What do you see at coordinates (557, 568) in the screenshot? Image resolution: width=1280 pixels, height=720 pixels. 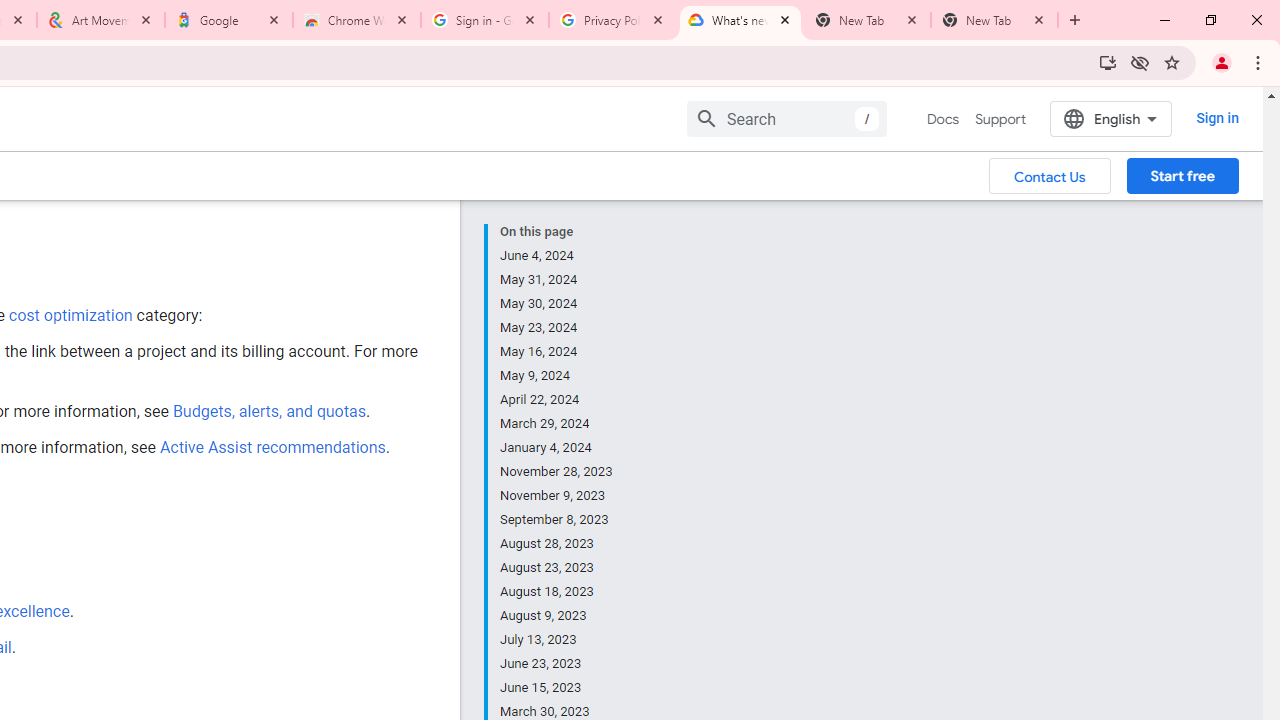 I see `'August 23, 2023'` at bounding box center [557, 568].